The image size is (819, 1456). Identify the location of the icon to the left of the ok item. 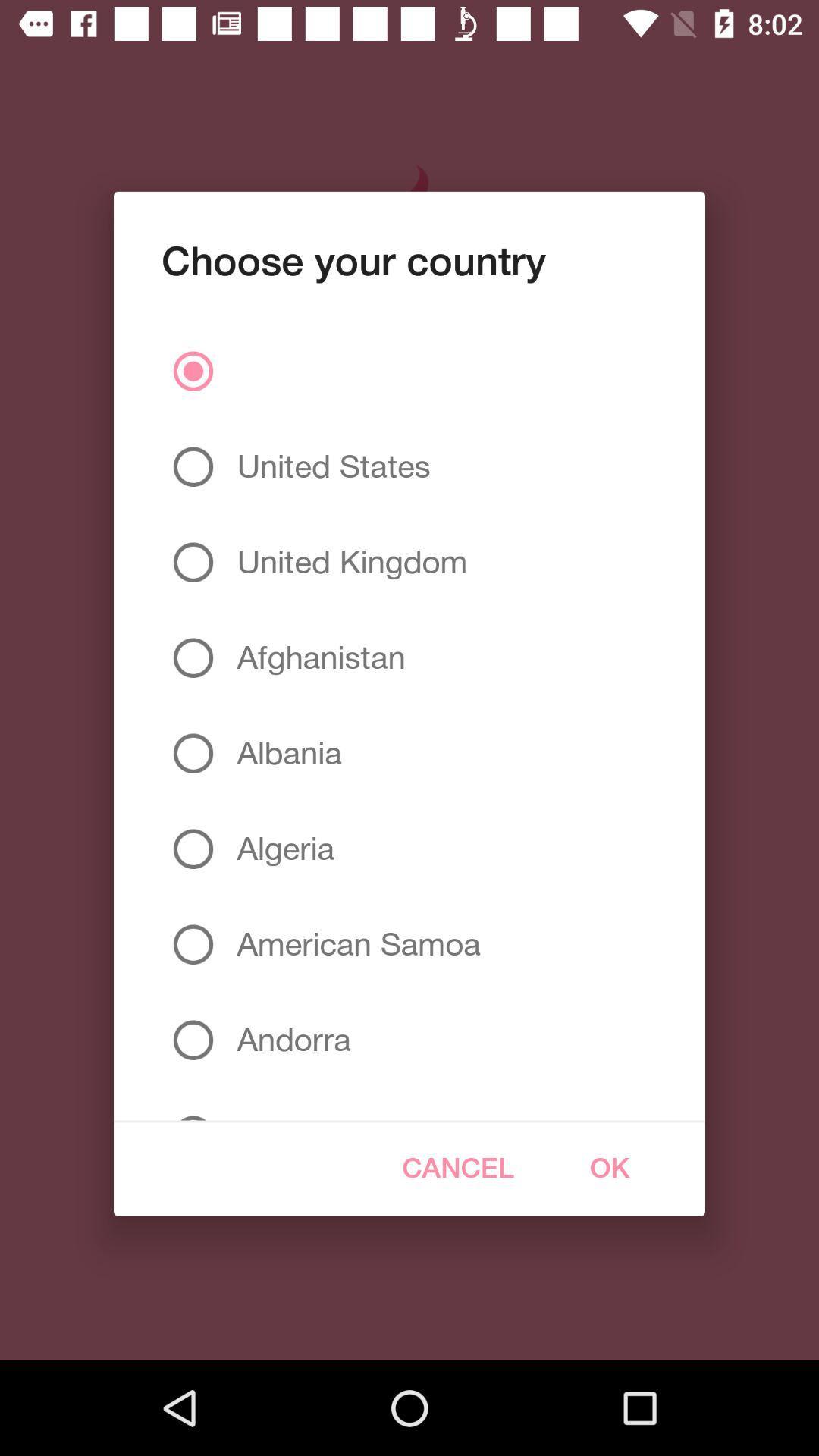
(457, 1167).